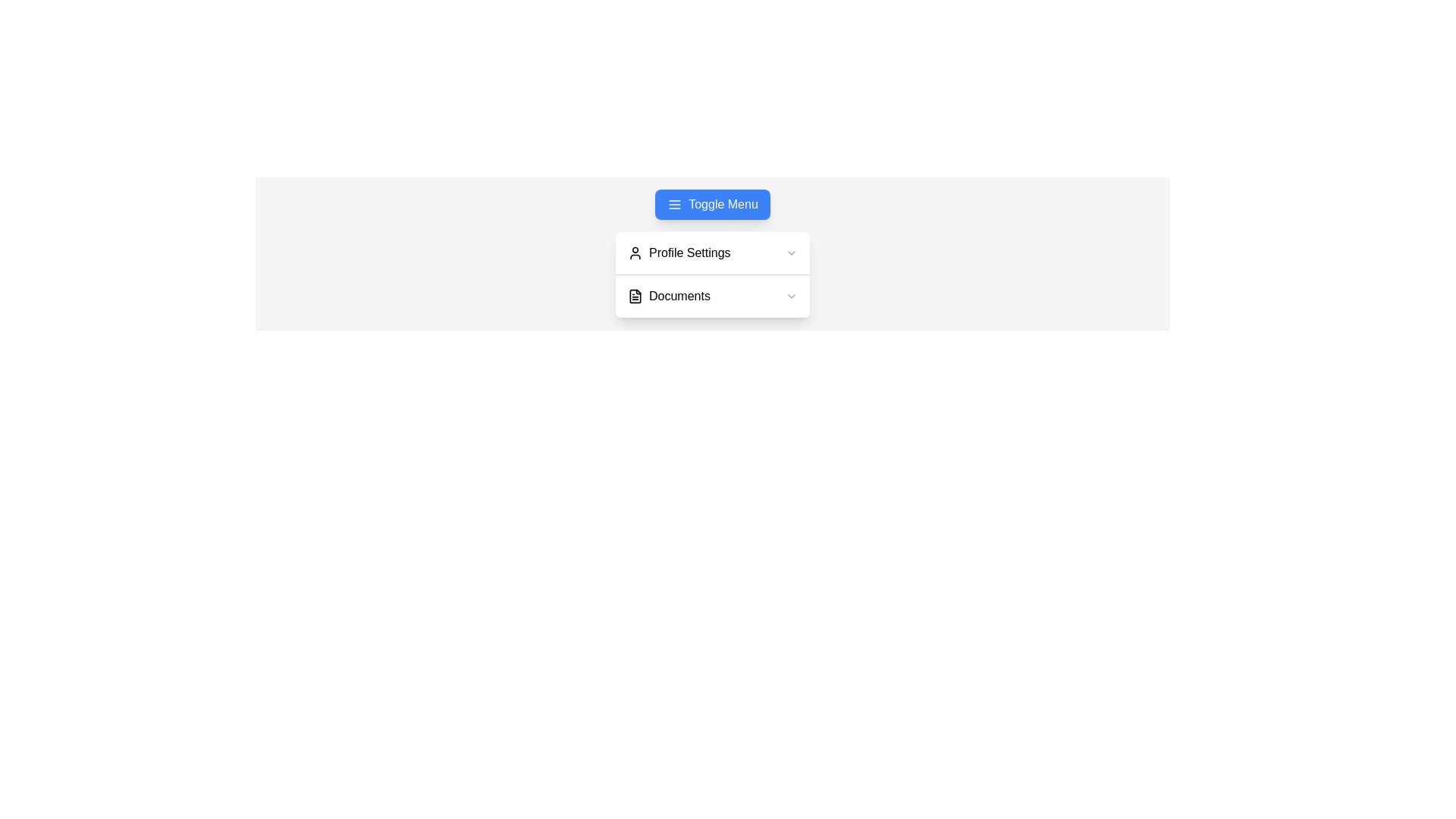  What do you see at coordinates (712, 296) in the screenshot?
I see `the 'Documents' button located below the 'Profile Settings' option in the dropdown menu` at bounding box center [712, 296].